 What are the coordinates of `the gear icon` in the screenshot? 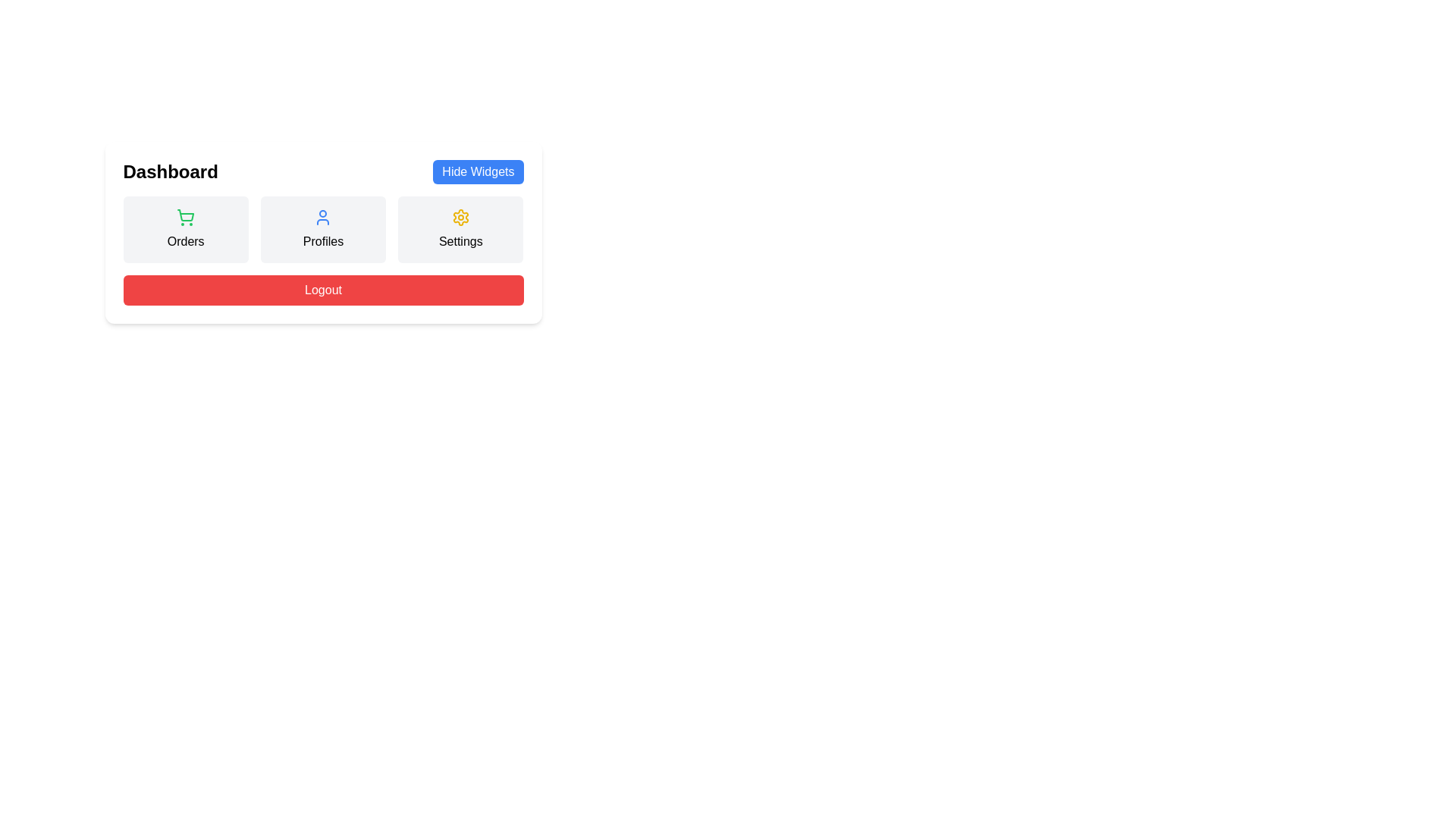 It's located at (460, 217).